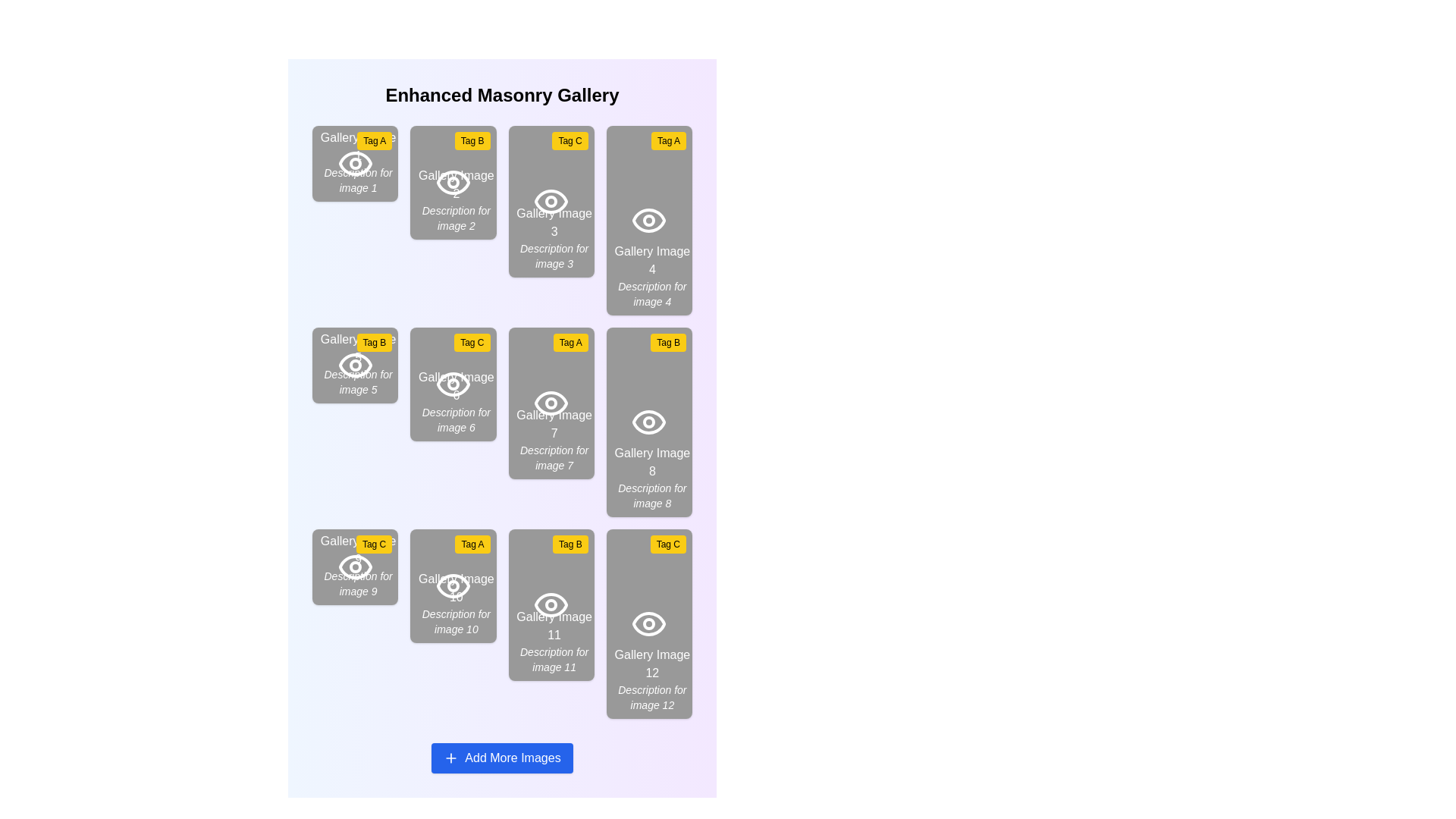 The image size is (1456, 819). What do you see at coordinates (354, 164) in the screenshot?
I see `the eye icon located in the center of the first image box in the gallery grid` at bounding box center [354, 164].